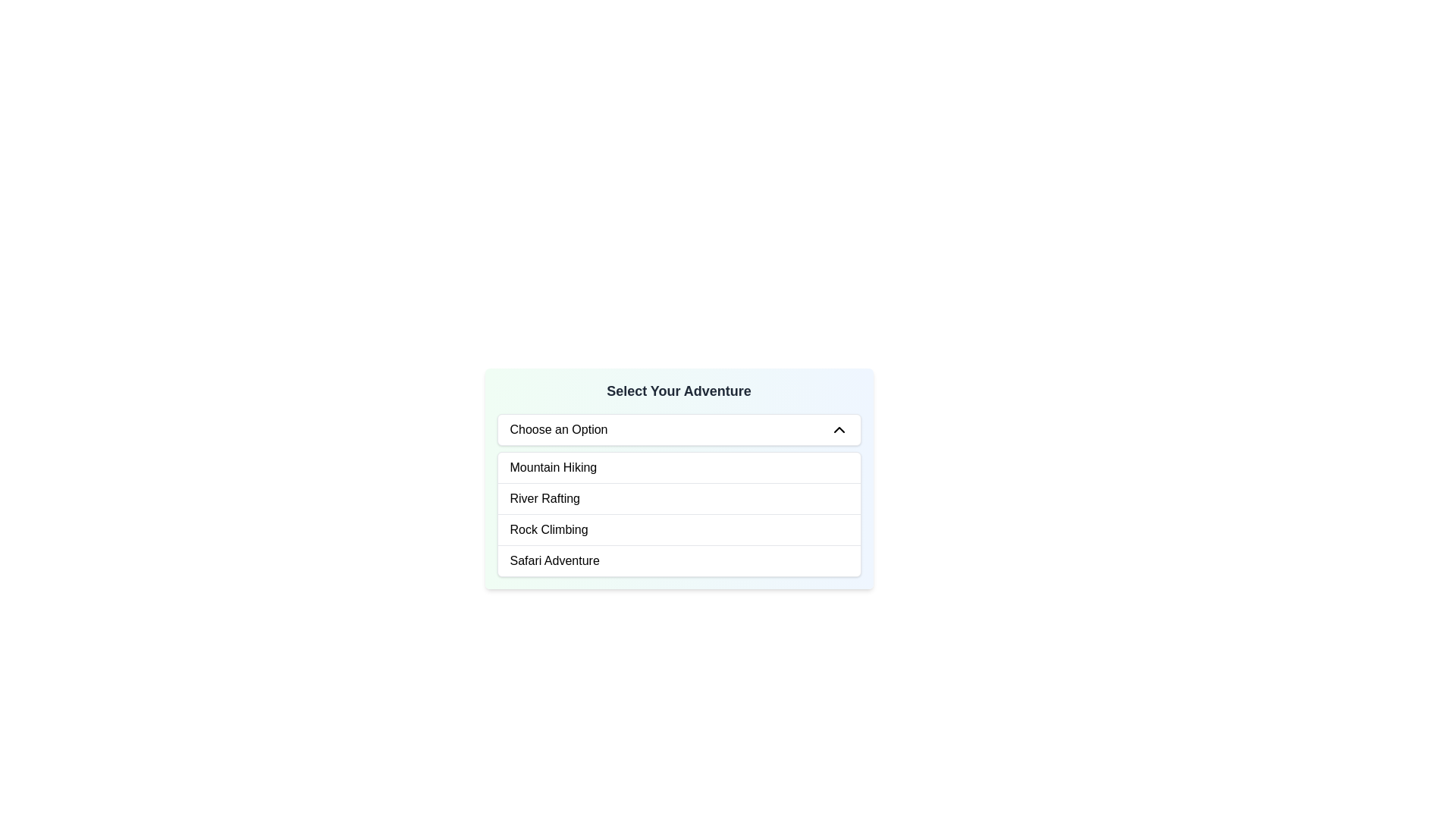 This screenshot has width=1456, height=819. What do you see at coordinates (554, 561) in the screenshot?
I see `the 'Safari Adventure' text label, which is the fourth item in the dropdown menu beneath 'Rock Climbing'` at bounding box center [554, 561].